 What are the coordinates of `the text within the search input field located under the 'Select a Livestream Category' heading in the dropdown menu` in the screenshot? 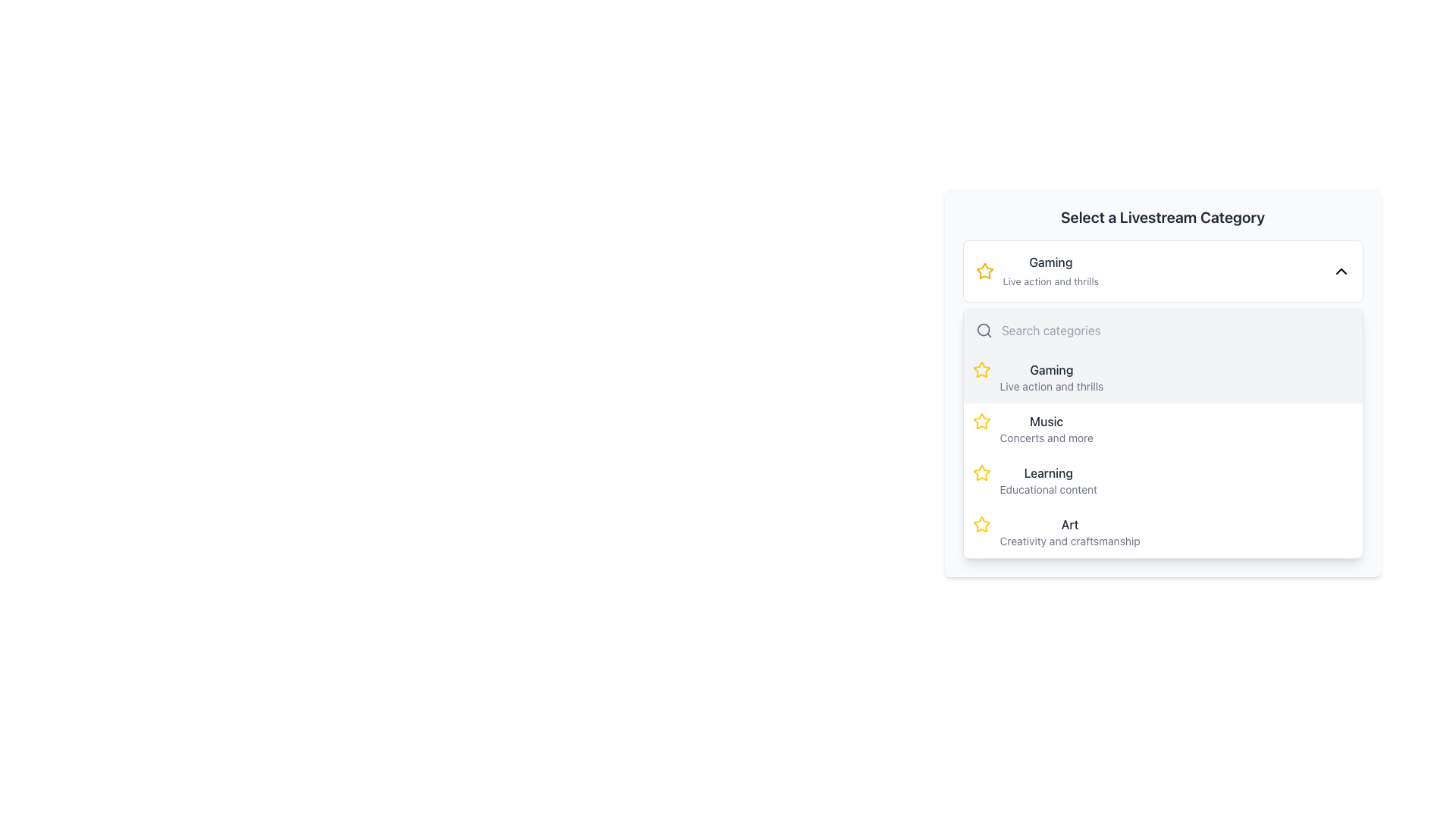 It's located at (1162, 329).